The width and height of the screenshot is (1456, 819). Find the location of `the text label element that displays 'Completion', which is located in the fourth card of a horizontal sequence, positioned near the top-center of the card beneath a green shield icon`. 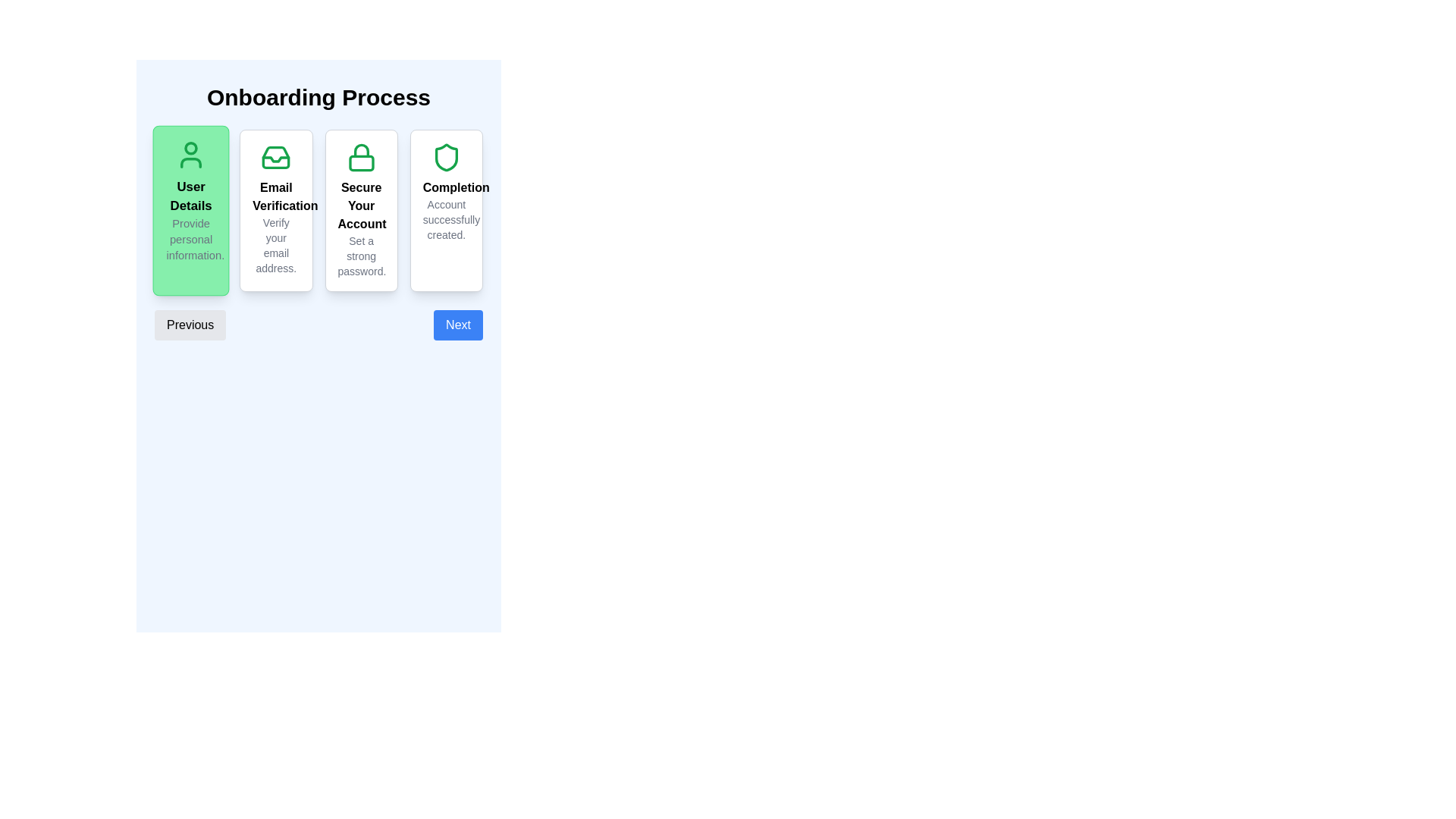

the text label element that displays 'Completion', which is located in the fourth card of a horizontal sequence, positioned near the top-center of the card beneath a green shield icon is located at coordinates (445, 187).